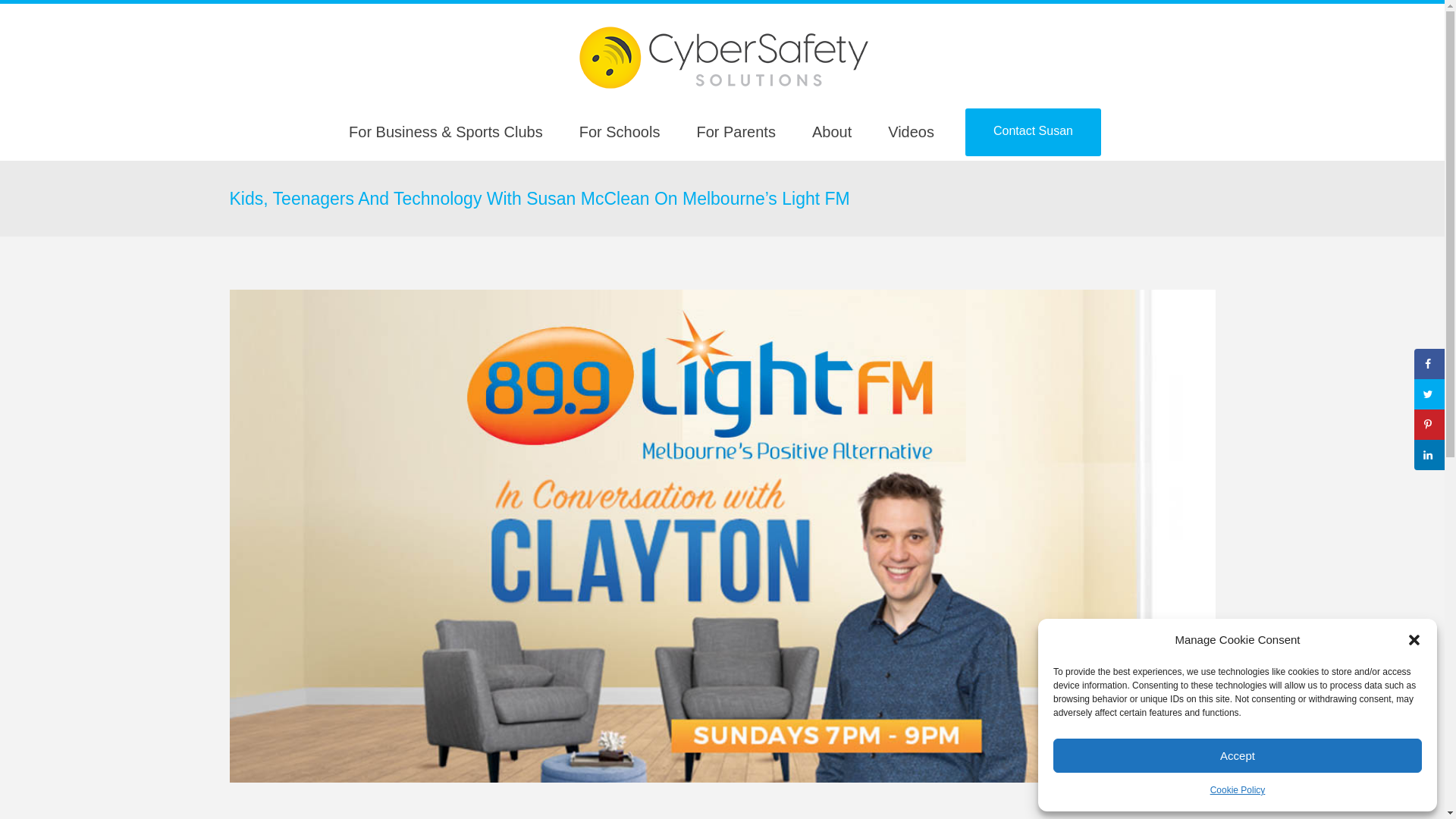 This screenshot has height=819, width=1456. Describe the element at coordinates (676, 131) in the screenshot. I see `'For Parents'` at that location.